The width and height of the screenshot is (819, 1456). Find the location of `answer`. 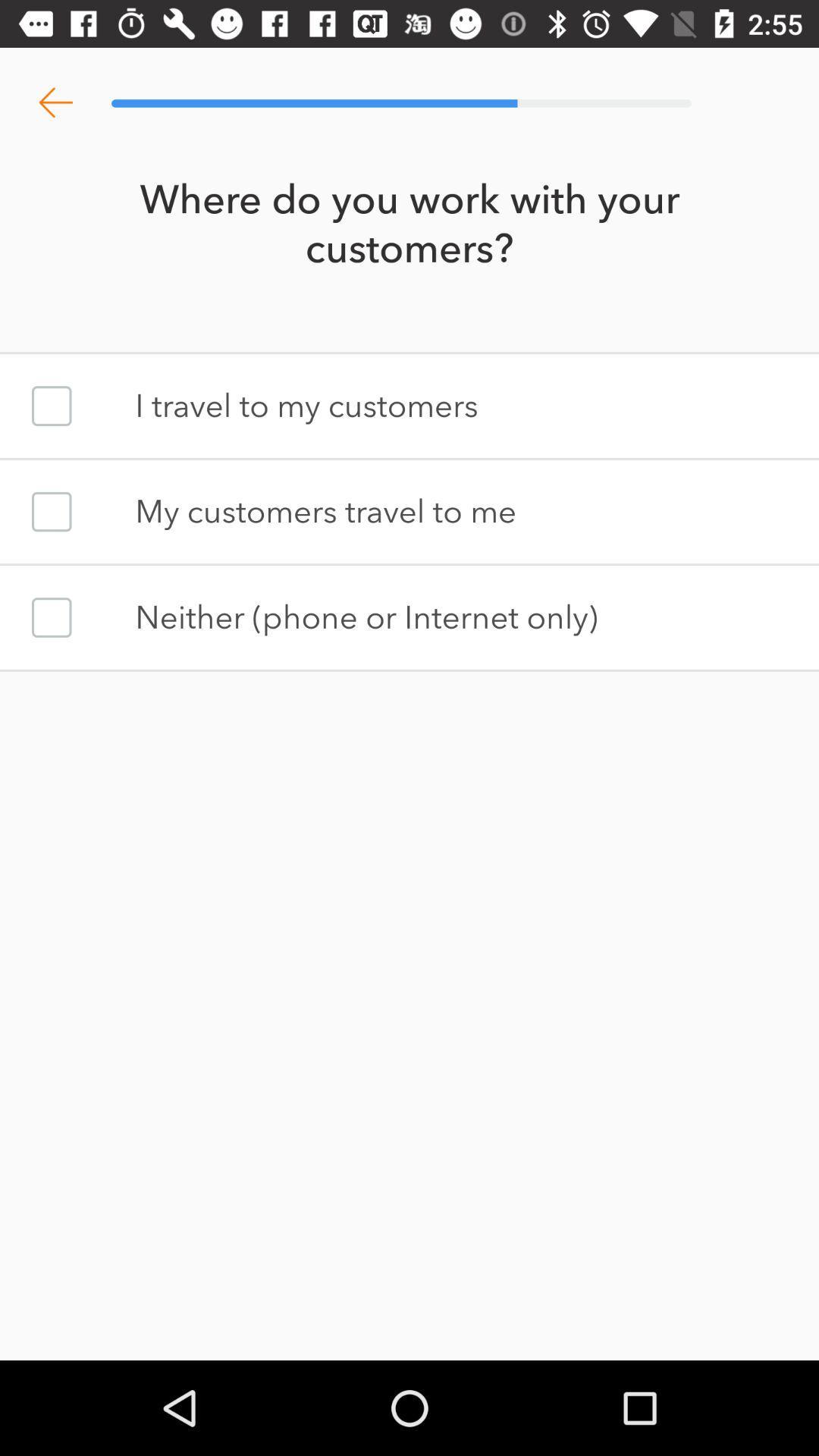

answer is located at coordinates (51, 406).